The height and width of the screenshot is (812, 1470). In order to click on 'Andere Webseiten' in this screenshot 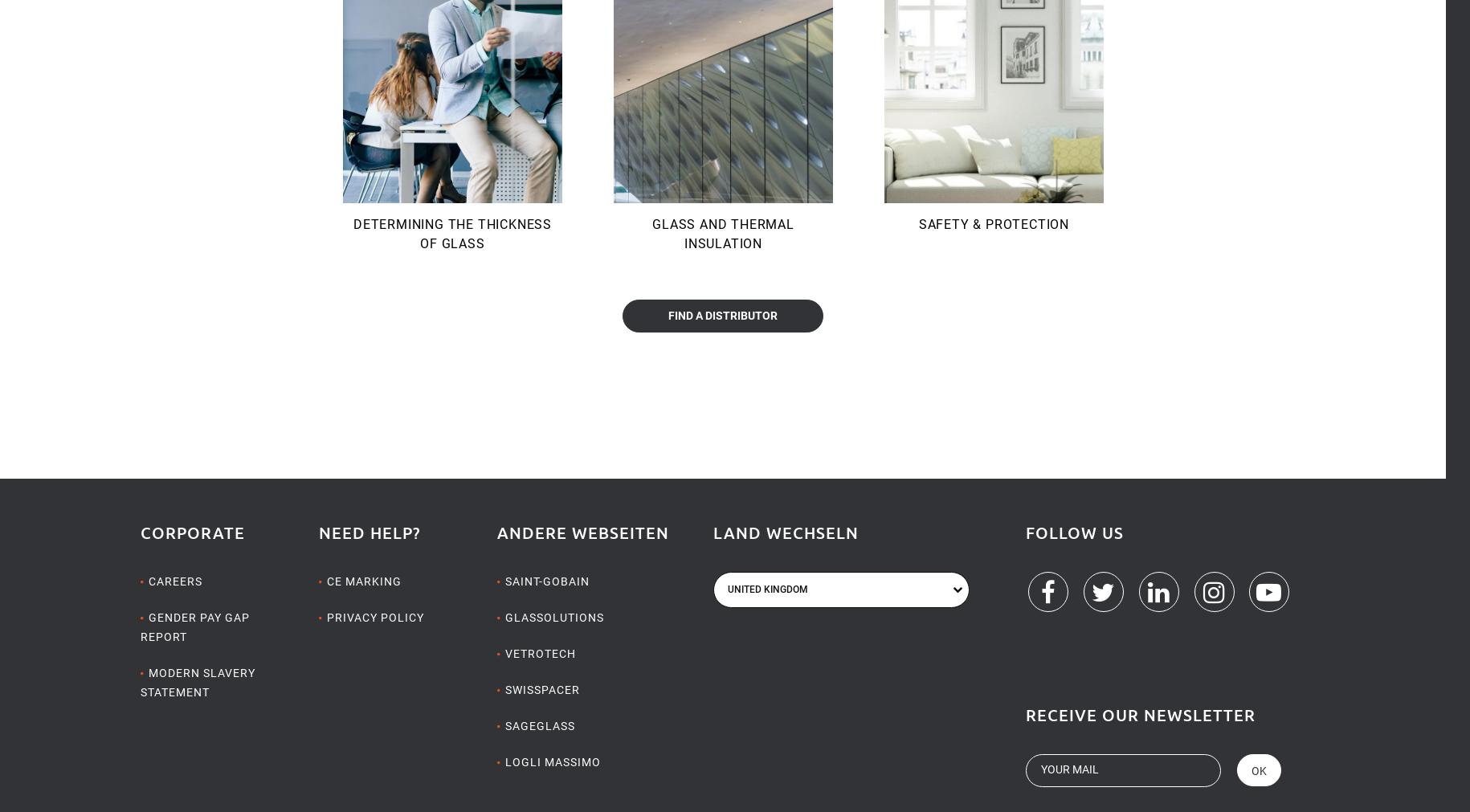, I will do `click(582, 532)`.